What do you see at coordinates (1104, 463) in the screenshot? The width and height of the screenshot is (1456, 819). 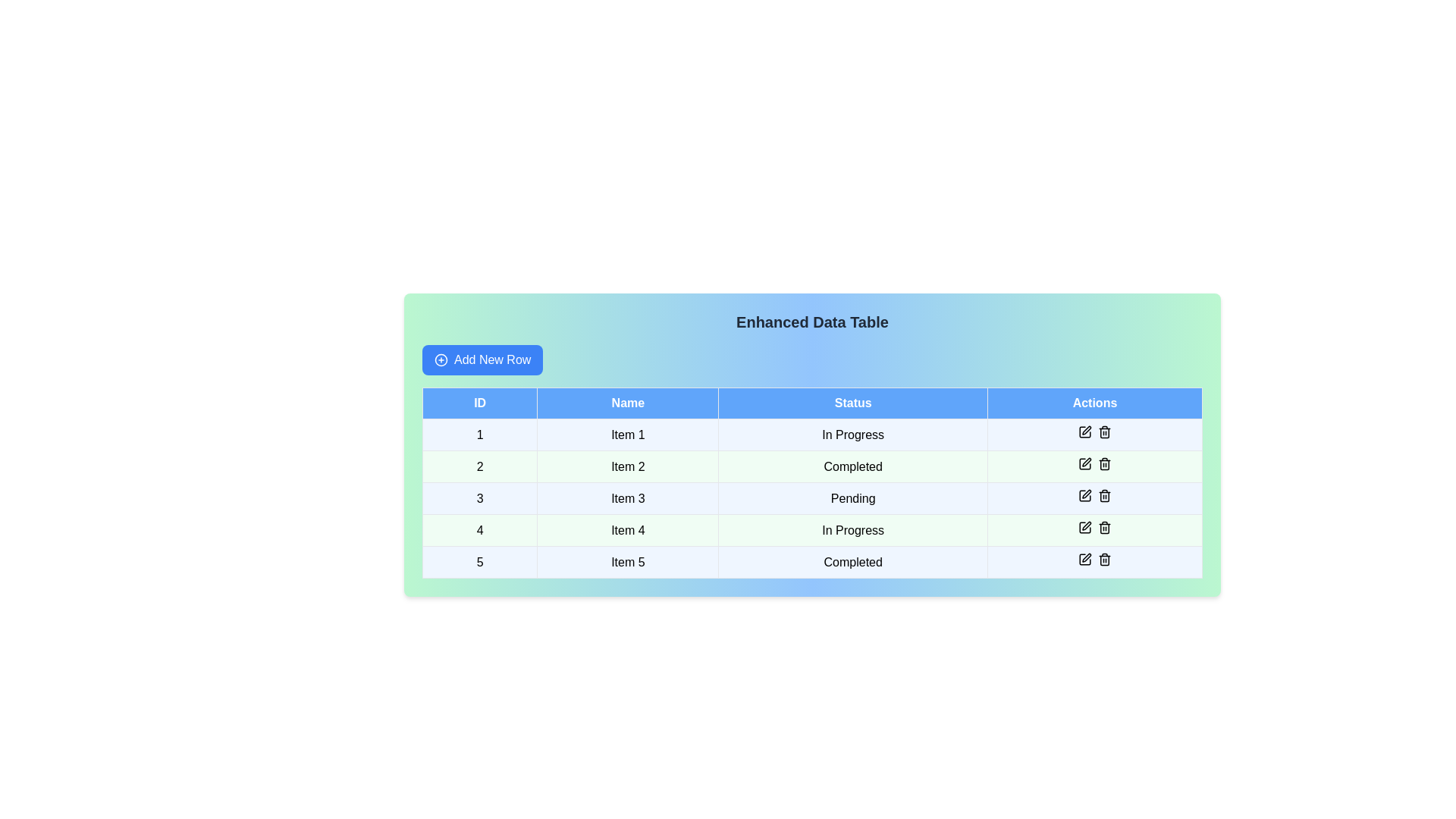 I see `the delete icon located in the 'Actions' column of the fourth row in the data table` at bounding box center [1104, 463].